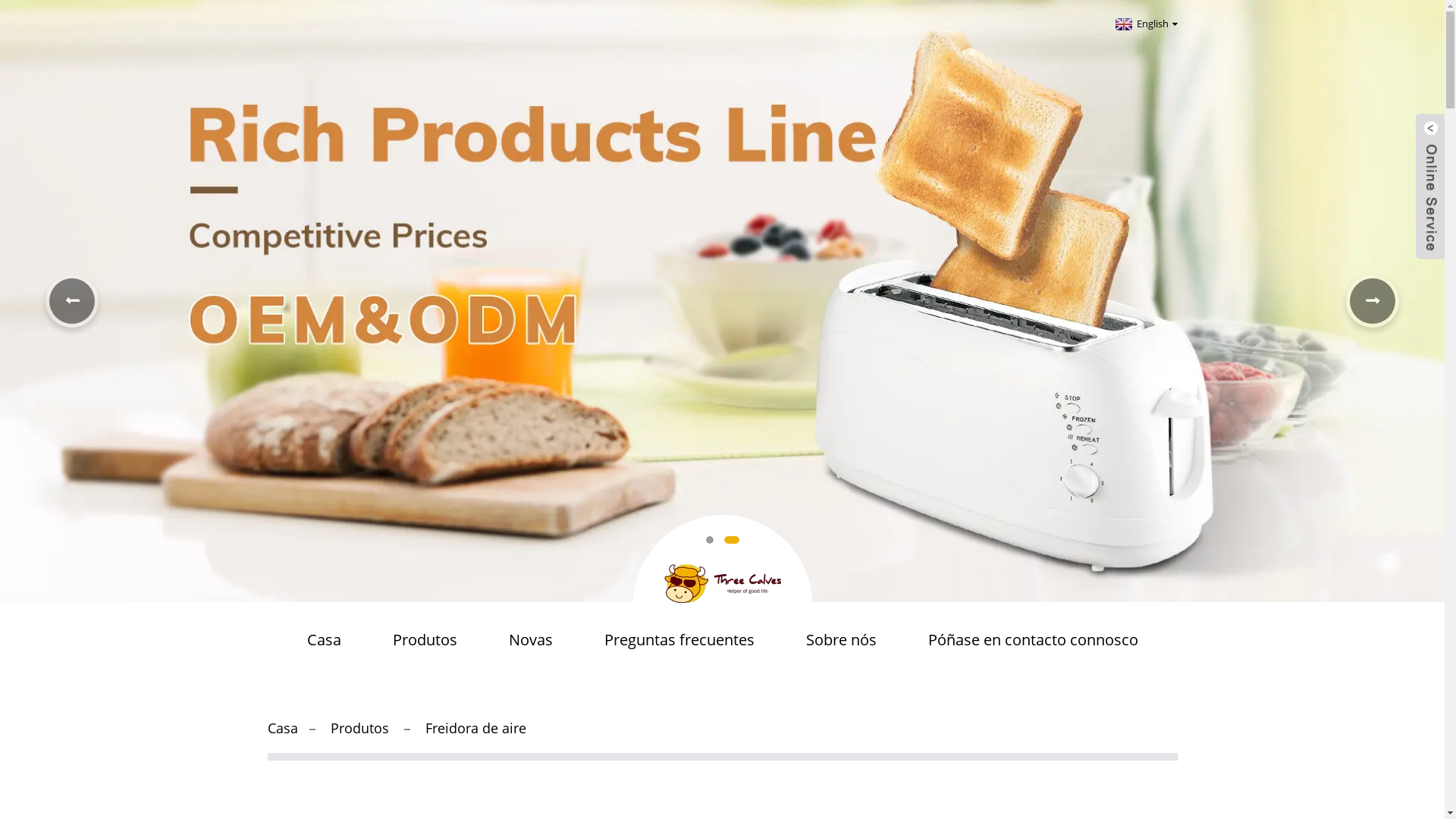 The width and height of the screenshot is (1456, 819). Describe the element at coordinates (425, 640) in the screenshot. I see `'Produtos'` at that location.